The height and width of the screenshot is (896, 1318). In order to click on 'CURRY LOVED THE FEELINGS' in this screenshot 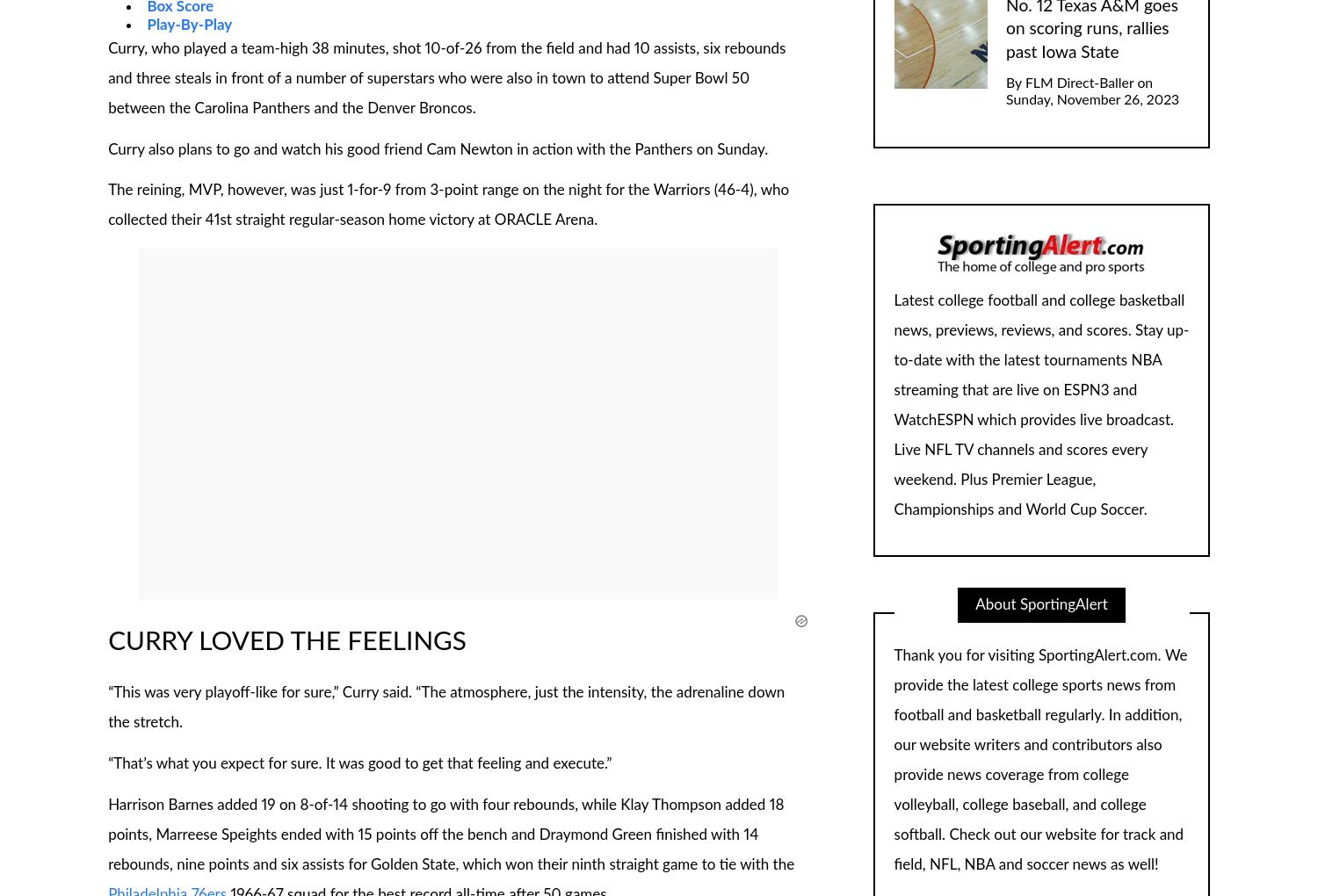, I will do `click(107, 642)`.